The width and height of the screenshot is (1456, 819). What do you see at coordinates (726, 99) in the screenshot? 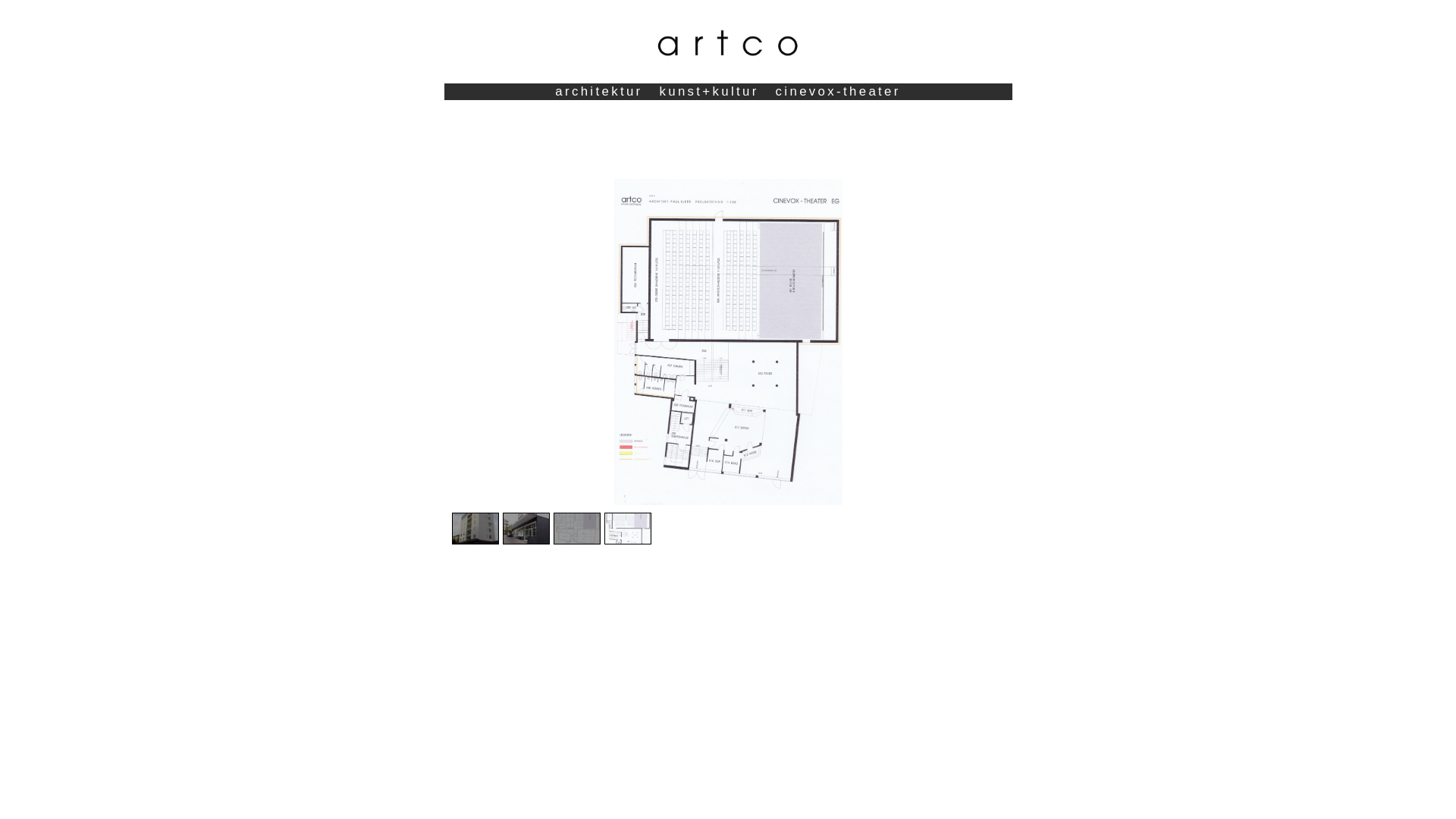
I see `' '` at bounding box center [726, 99].